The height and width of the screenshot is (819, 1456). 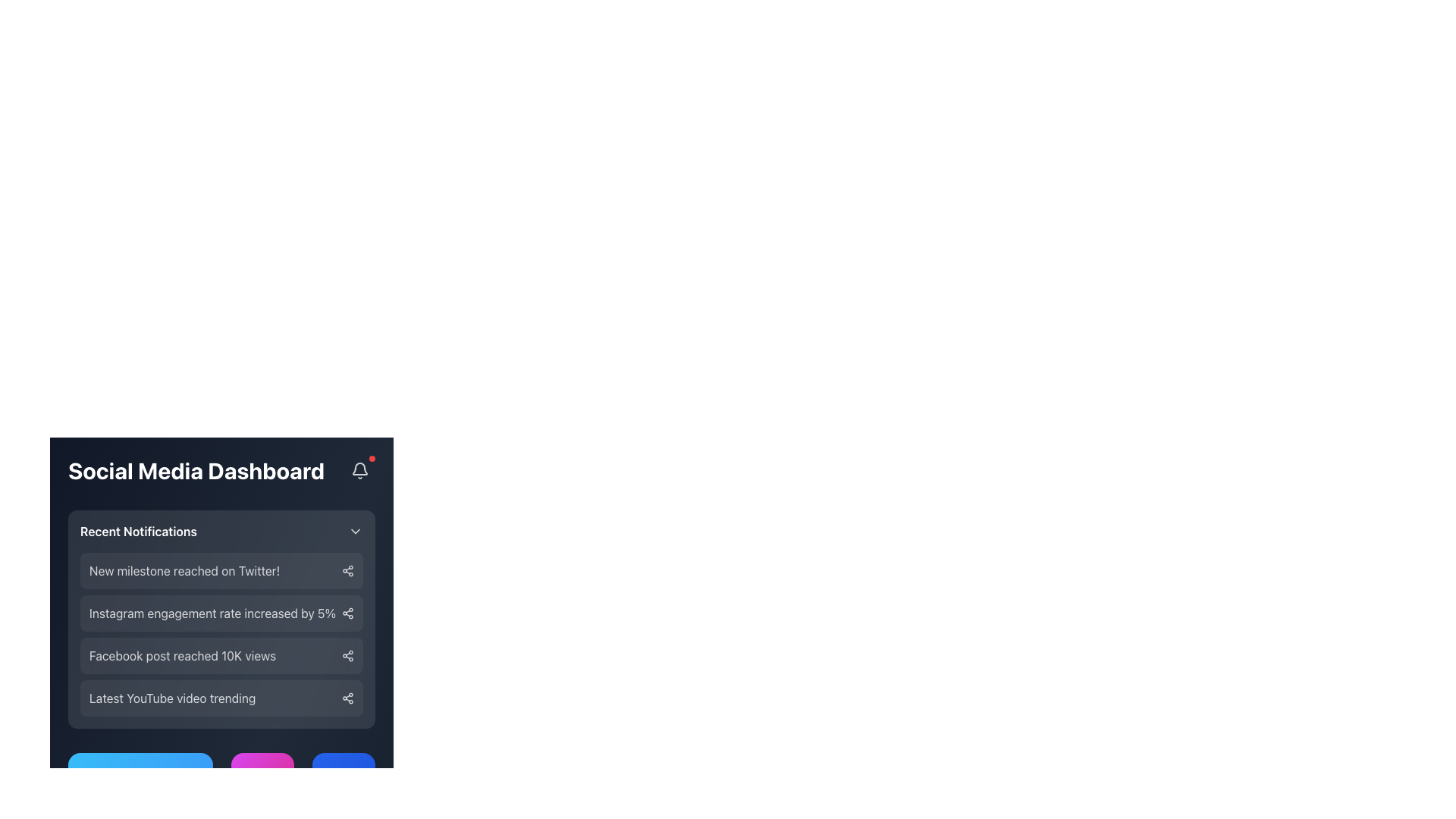 What do you see at coordinates (359, 470) in the screenshot?
I see `the bell icon in the top-right corner of the 'Social Media Dashboard'` at bounding box center [359, 470].